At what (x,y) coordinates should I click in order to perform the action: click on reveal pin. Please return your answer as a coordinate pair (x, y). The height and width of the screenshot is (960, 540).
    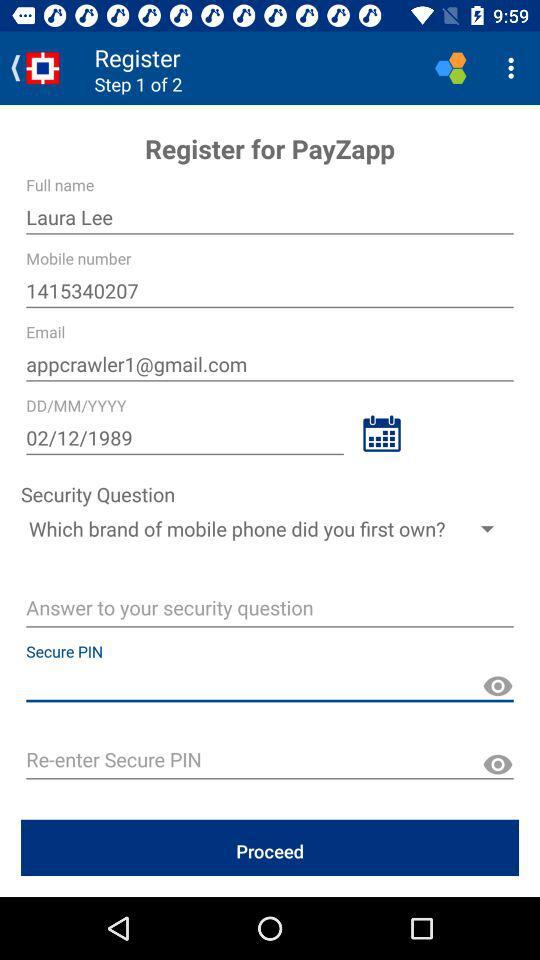
    Looking at the image, I should click on (496, 764).